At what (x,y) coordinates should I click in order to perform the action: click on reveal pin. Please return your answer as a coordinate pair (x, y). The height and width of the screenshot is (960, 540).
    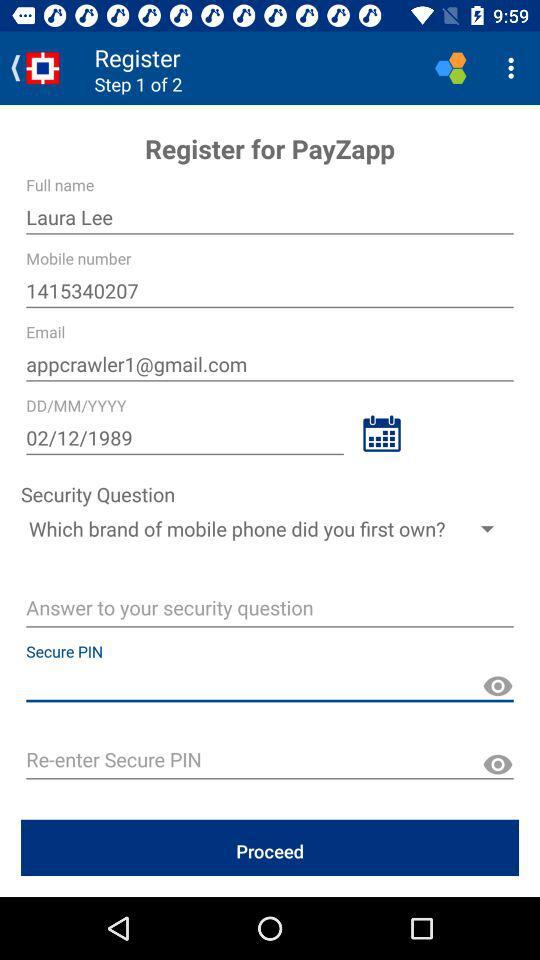
    Looking at the image, I should click on (496, 764).